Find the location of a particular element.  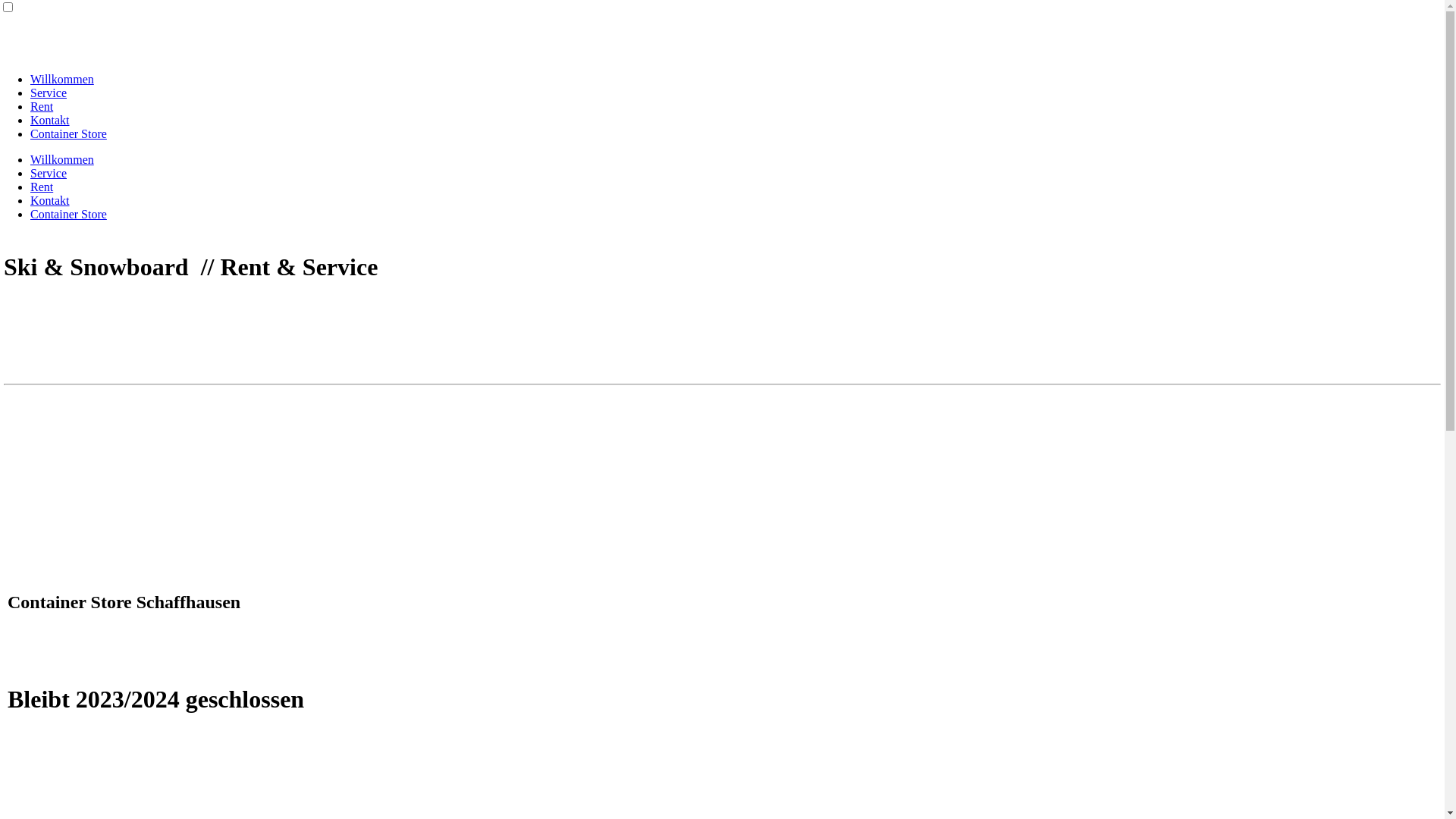

'Rent' is located at coordinates (41, 186).